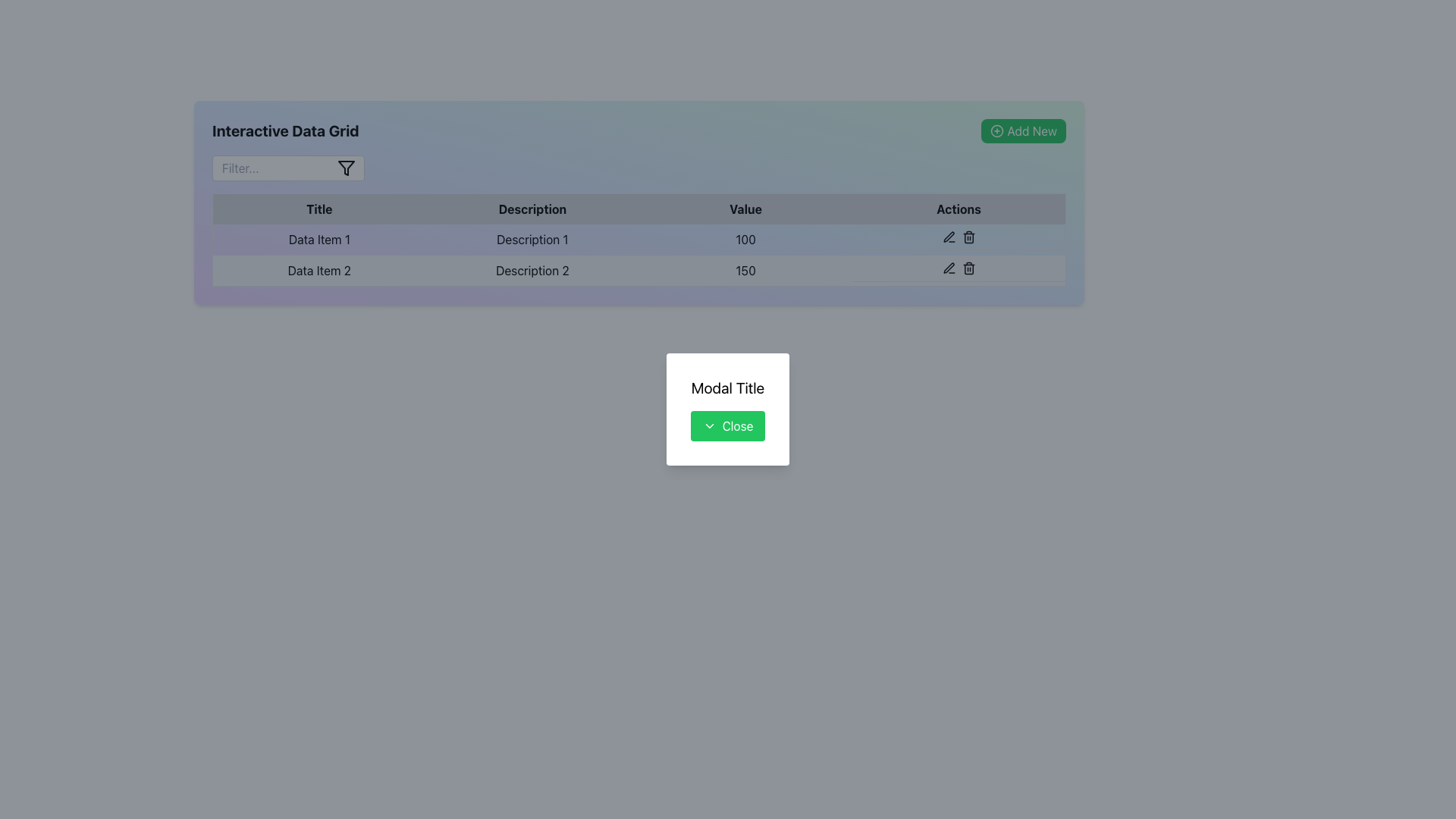 This screenshot has width=1456, height=819. What do you see at coordinates (728, 426) in the screenshot?
I see `the green rounded rectangle button labeled 'Close' with a downward arrow icon` at bounding box center [728, 426].